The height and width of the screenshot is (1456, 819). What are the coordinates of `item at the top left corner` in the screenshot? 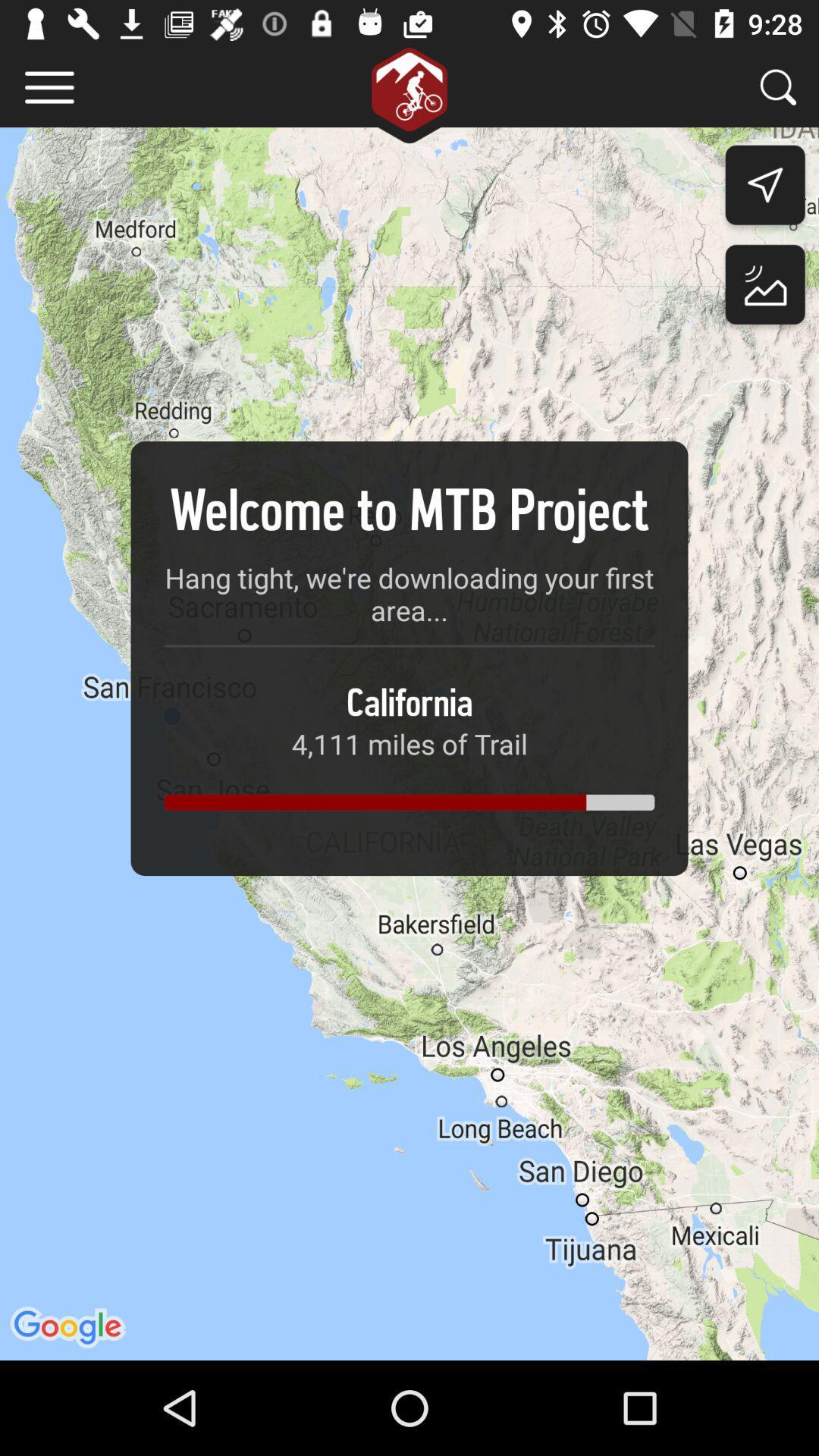 It's located at (49, 86).